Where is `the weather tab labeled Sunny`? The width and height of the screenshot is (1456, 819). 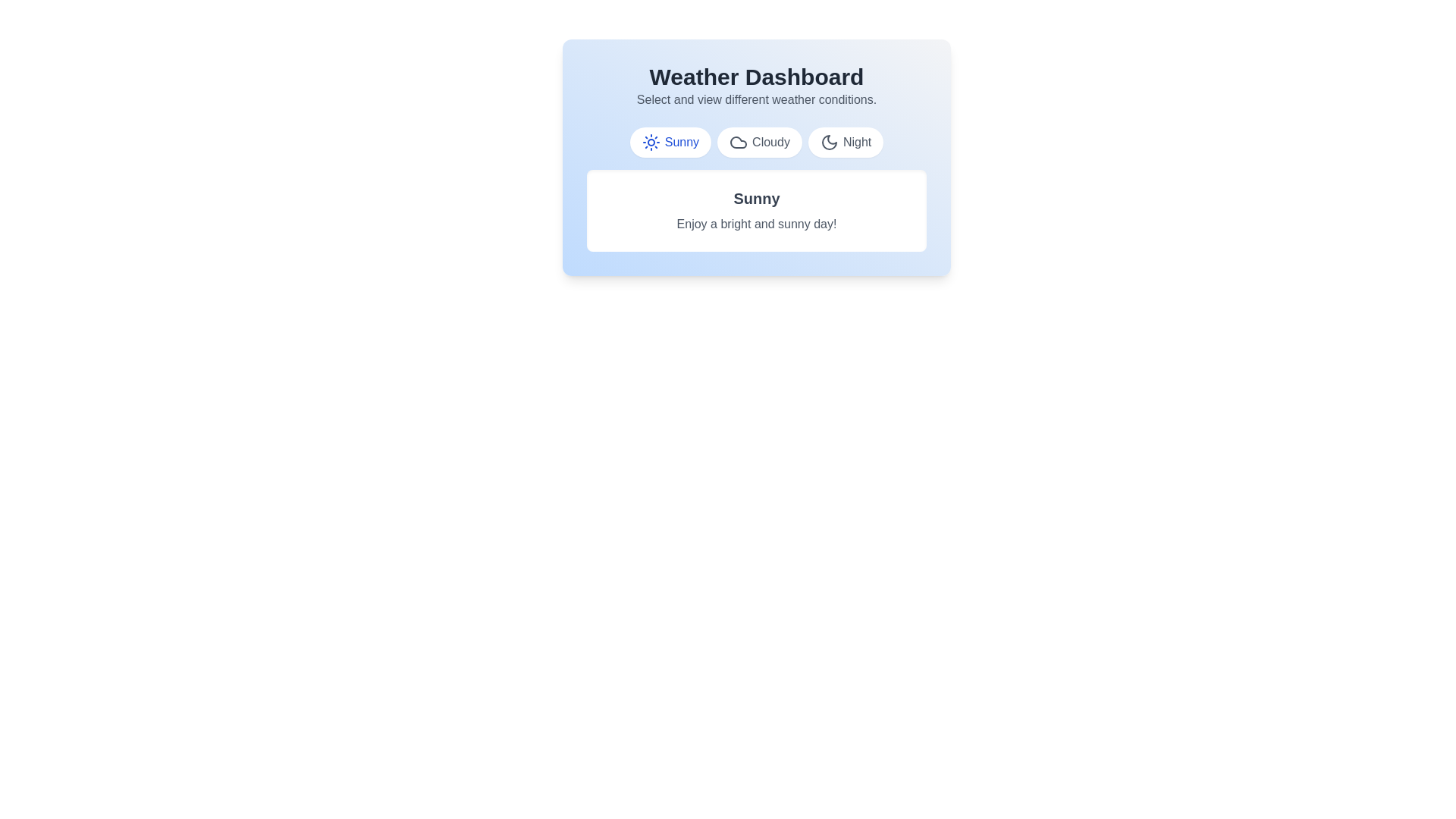 the weather tab labeled Sunny is located at coordinates (670, 143).